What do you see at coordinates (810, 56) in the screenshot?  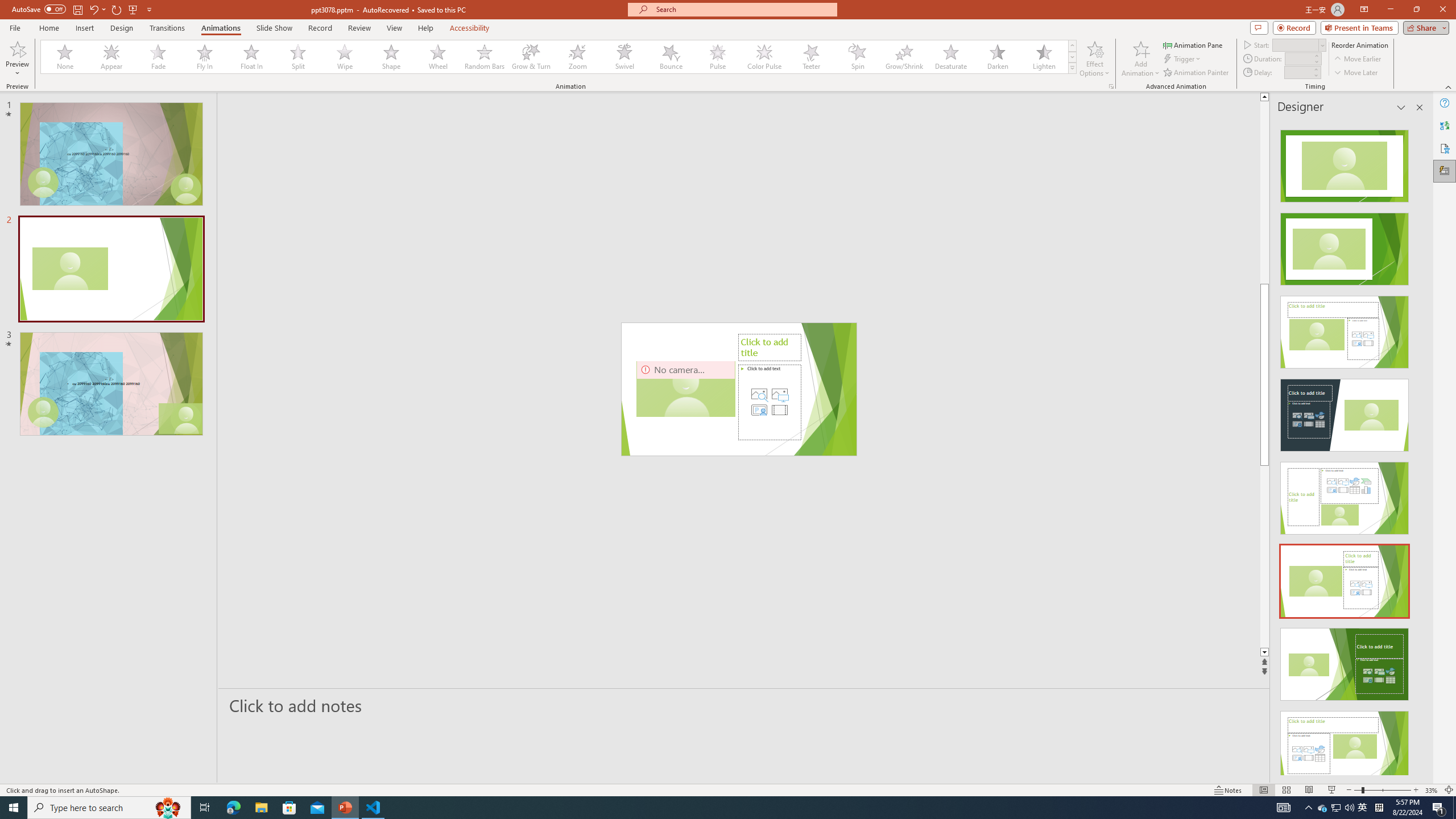 I see `'Teeter'` at bounding box center [810, 56].